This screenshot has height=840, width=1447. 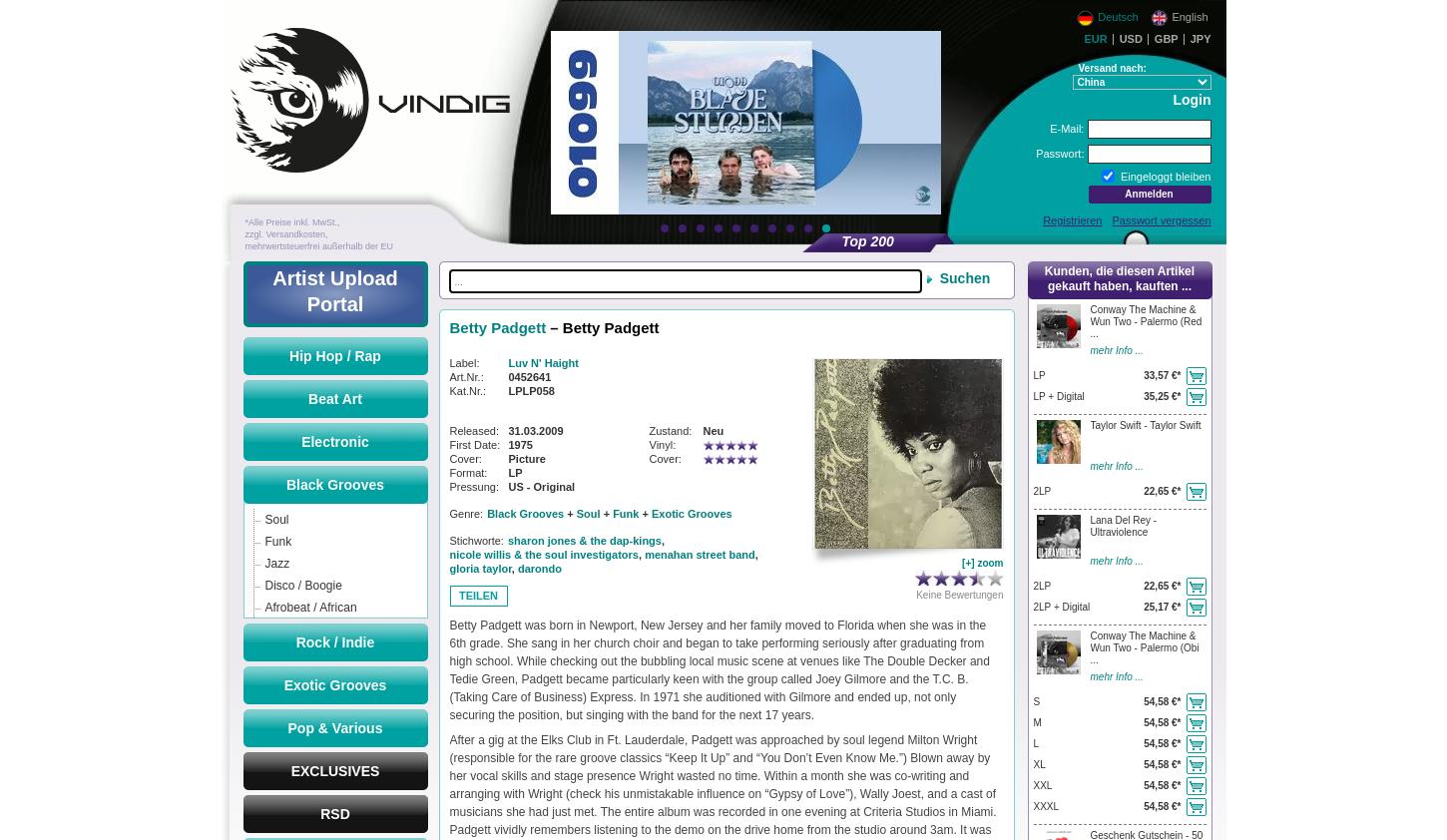 I want to click on 'Electronic', so click(x=334, y=440).